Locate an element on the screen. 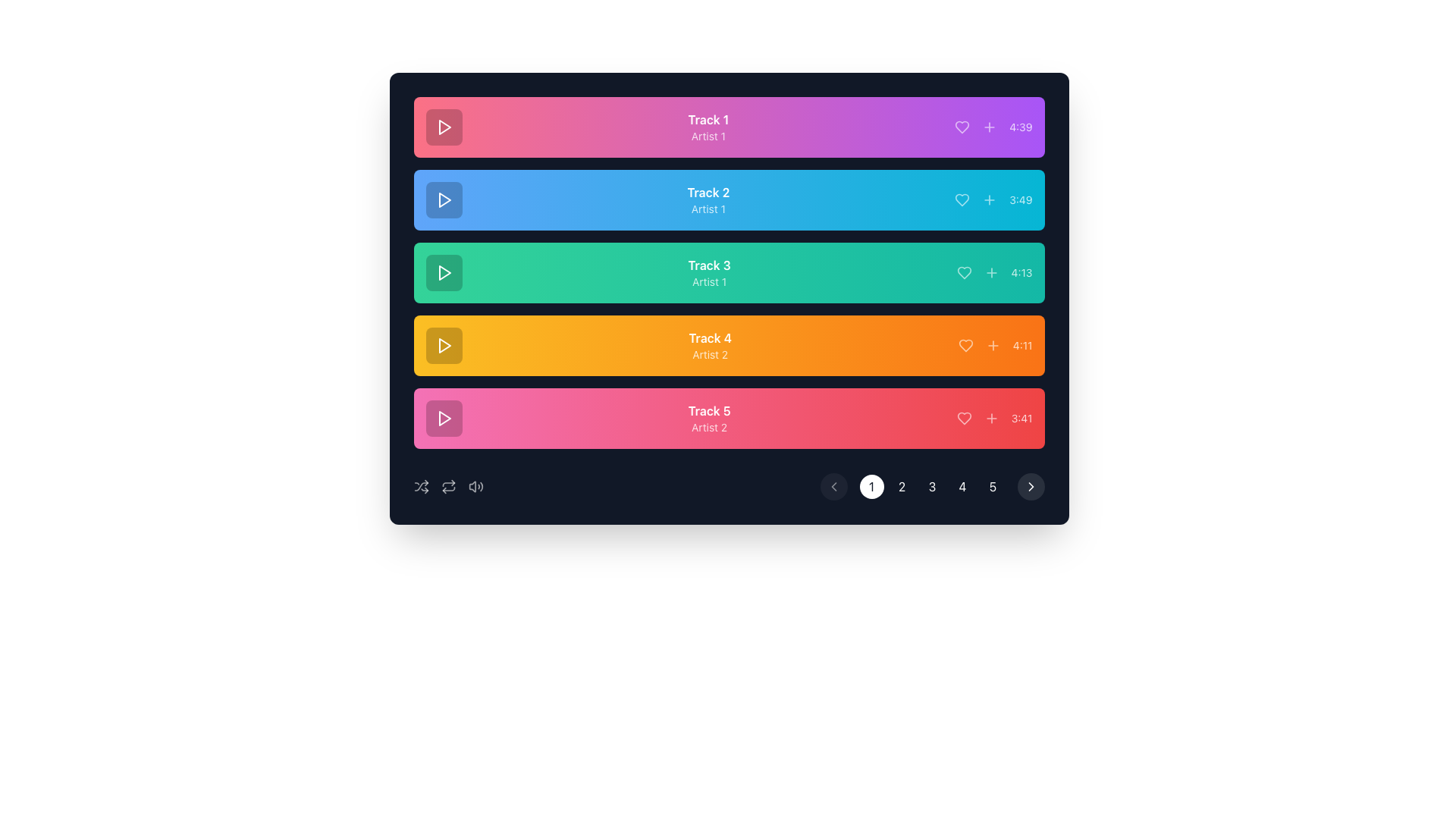 The height and width of the screenshot is (819, 1456). the text label displaying '3:41' which is positioned at the right end of the bottom-most track item in a list of tracks against a red background is located at coordinates (1021, 418).